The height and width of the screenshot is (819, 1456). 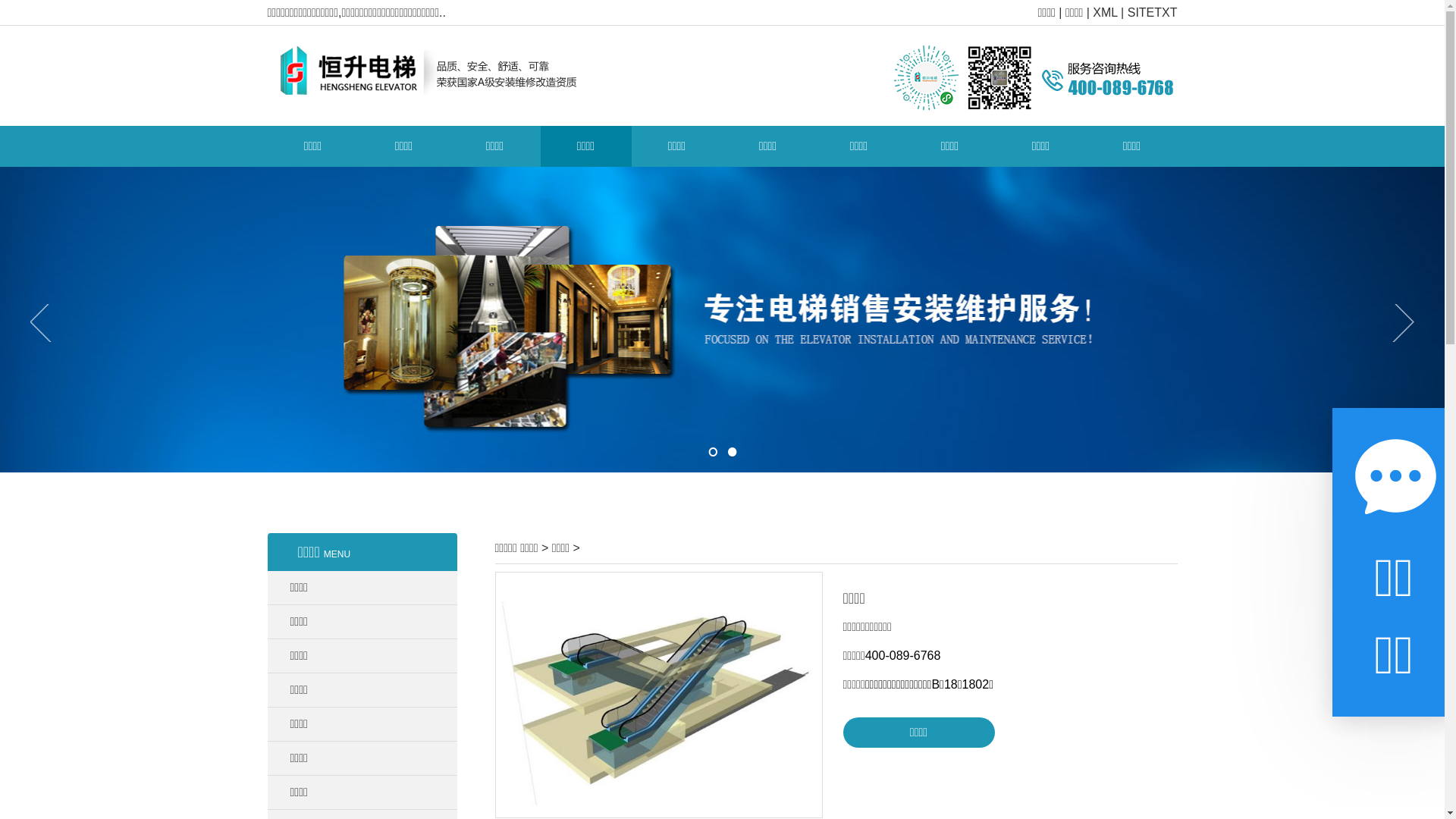 What do you see at coordinates (708, 451) in the screenshot?
I see `'1'` at bounding box center [708, 451].